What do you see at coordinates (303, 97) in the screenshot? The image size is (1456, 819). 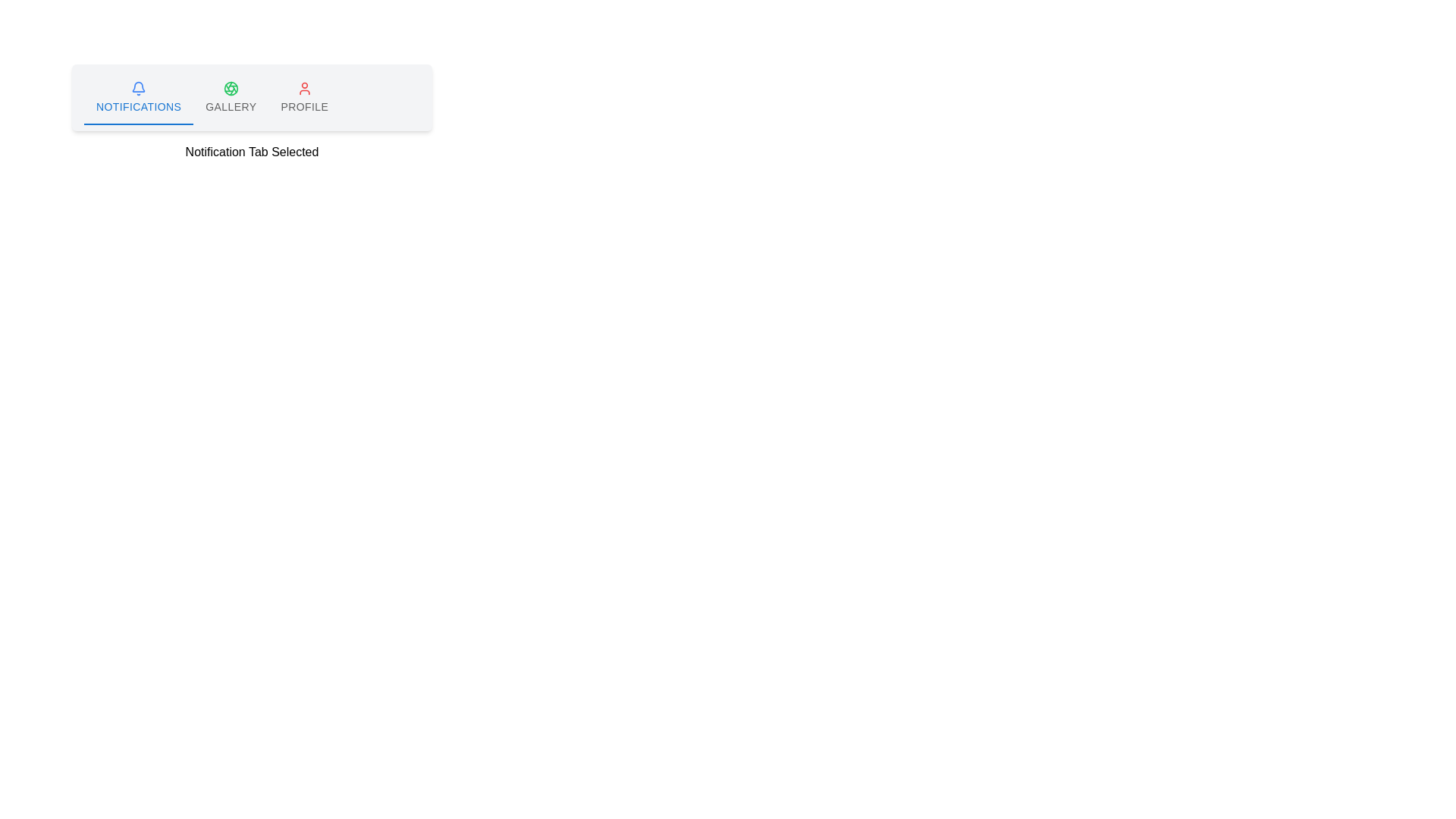 I see `the 'Profile' tab button, which is the last tab in the horizontal tab bar with a user icon above the text` at bounding box center [303, 97].